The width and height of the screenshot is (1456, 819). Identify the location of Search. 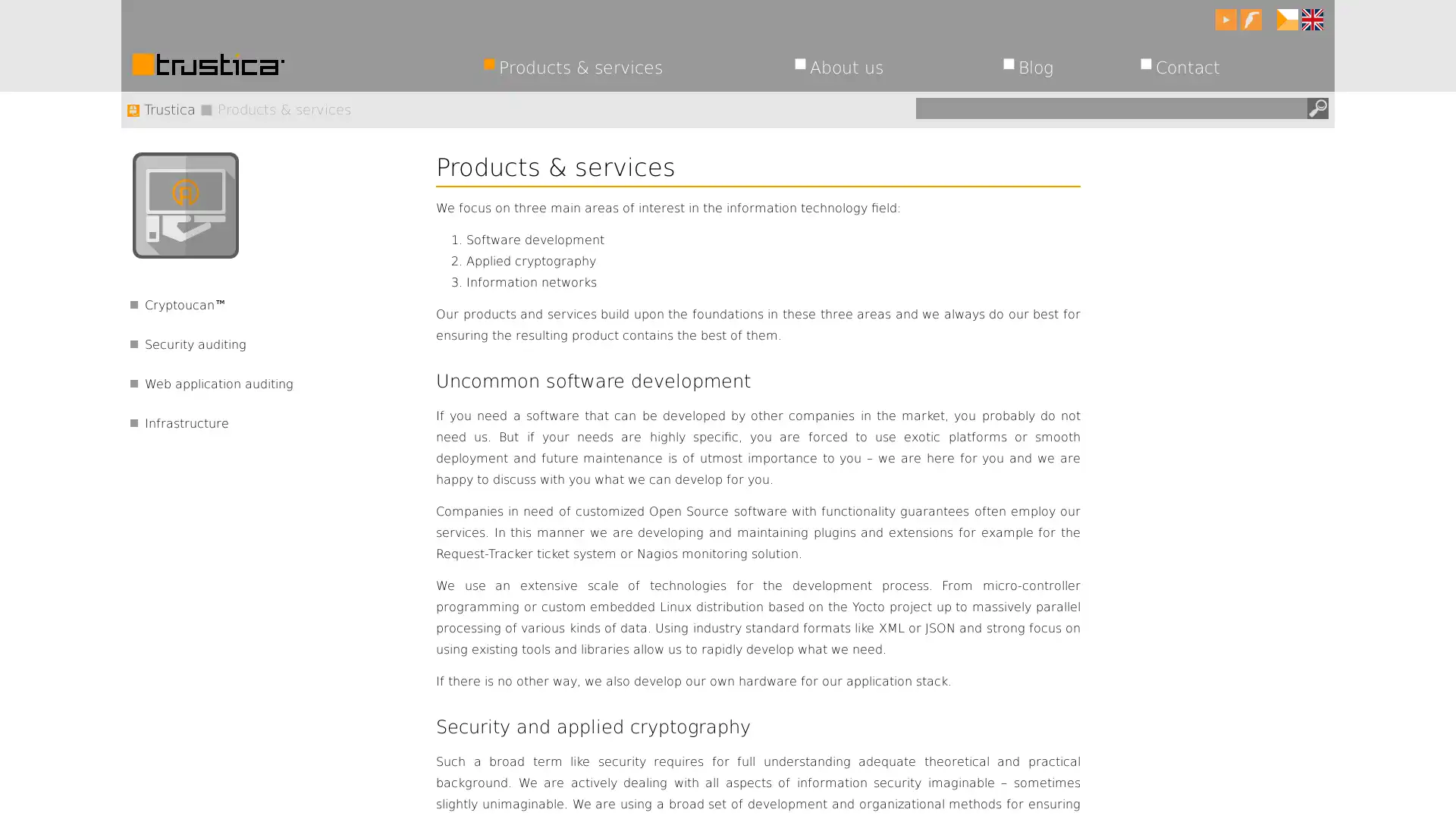
(1316, 107).